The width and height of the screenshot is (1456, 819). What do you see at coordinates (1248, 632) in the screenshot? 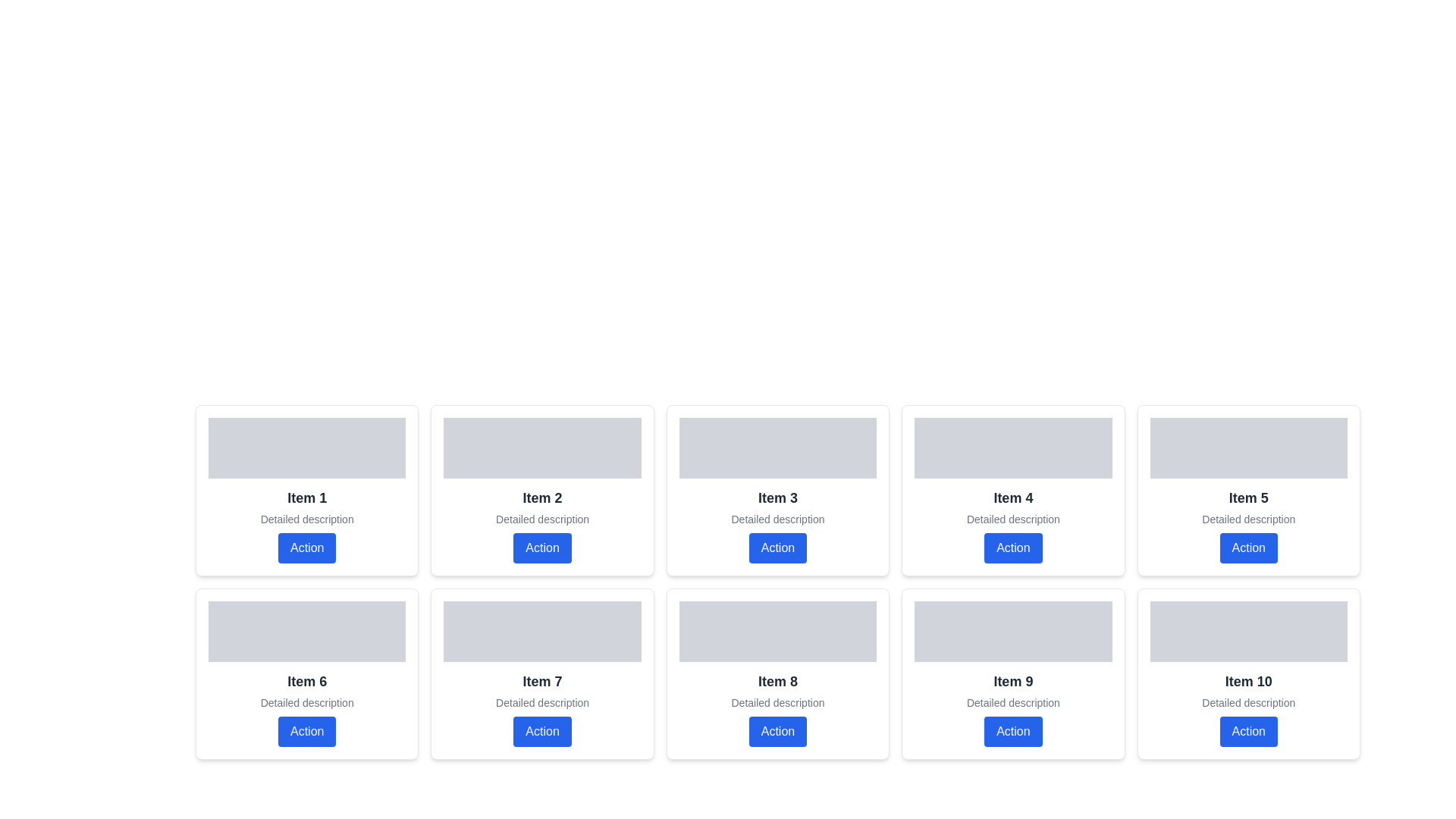
I see `the placeholder or display area at the top of the card labeled 'Item 10' to interact with its visual or content representation` at bounding box center [1248, 632].